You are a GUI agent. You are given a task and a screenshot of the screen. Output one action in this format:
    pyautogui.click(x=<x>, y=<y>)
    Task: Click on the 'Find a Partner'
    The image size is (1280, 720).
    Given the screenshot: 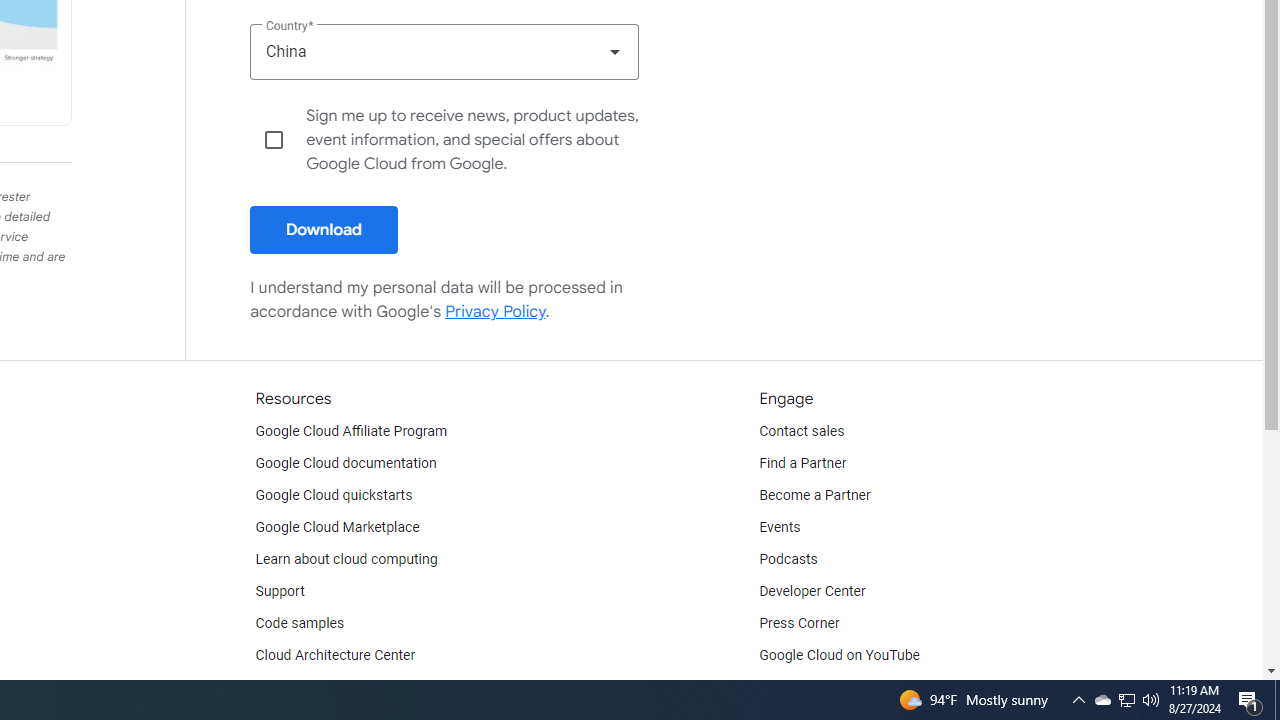 What is the action you would take?
    pyautogui.click(x=803, y=464)
    